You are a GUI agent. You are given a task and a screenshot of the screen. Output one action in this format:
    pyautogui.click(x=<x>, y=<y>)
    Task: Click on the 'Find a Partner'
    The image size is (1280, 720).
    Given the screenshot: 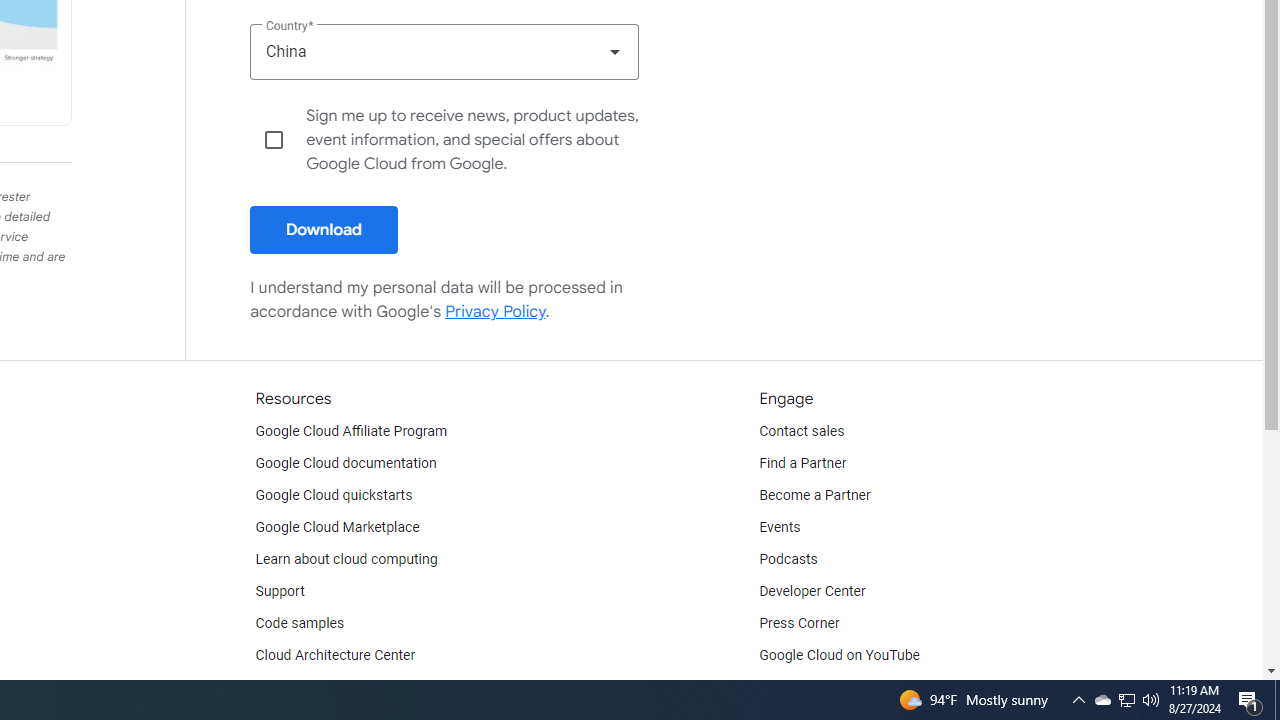 What is the action you would take?
    pyautogui.click(x=803, y=464)
    